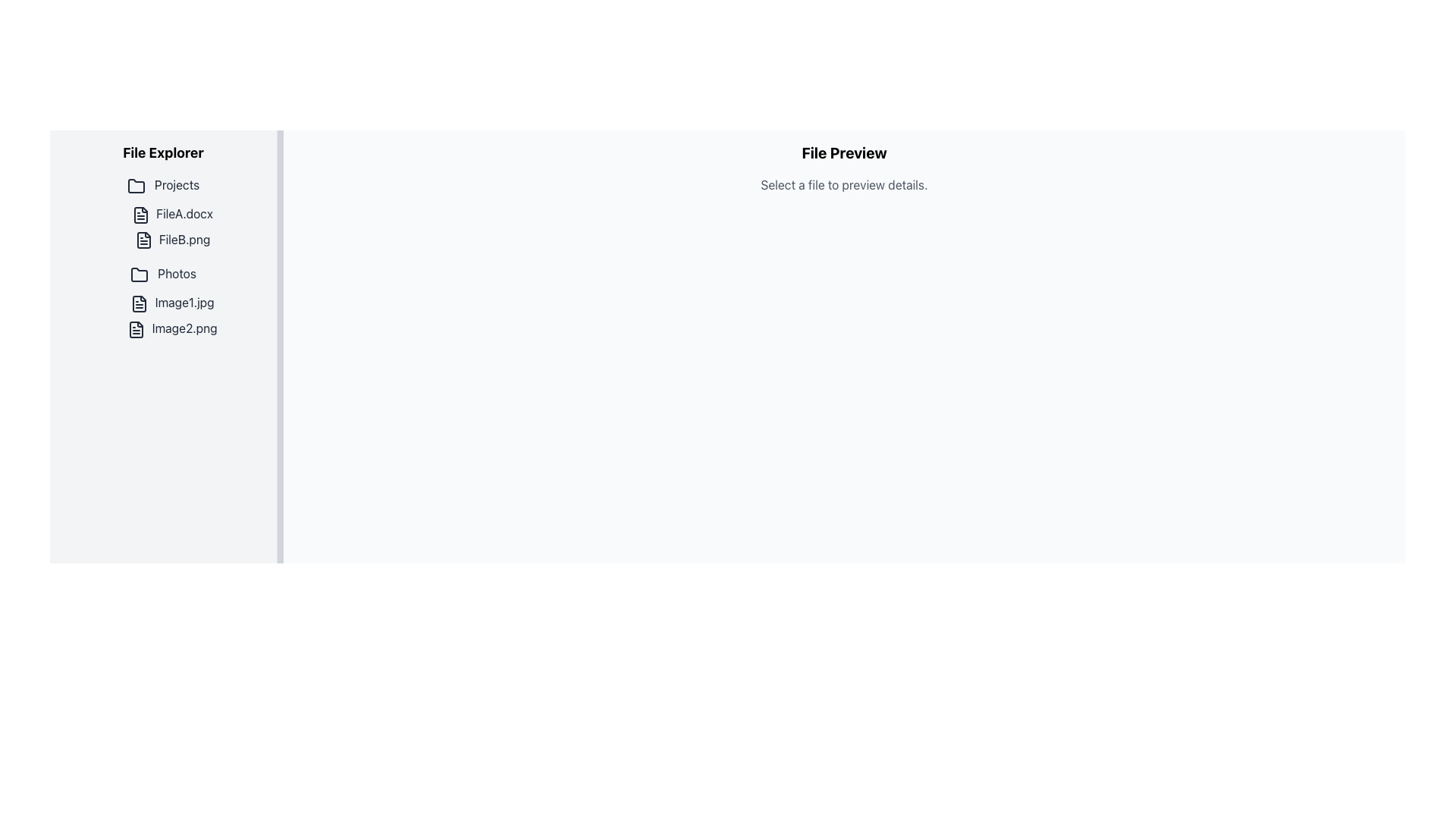 This screenshot has height=819, width=1456. What do you see at coordinates (141, 215) in the screenshot?
I see `the document icon located to the left of the text 'FileA.docx' in the 'File Explorer' section` at bounding box center [141, 215].